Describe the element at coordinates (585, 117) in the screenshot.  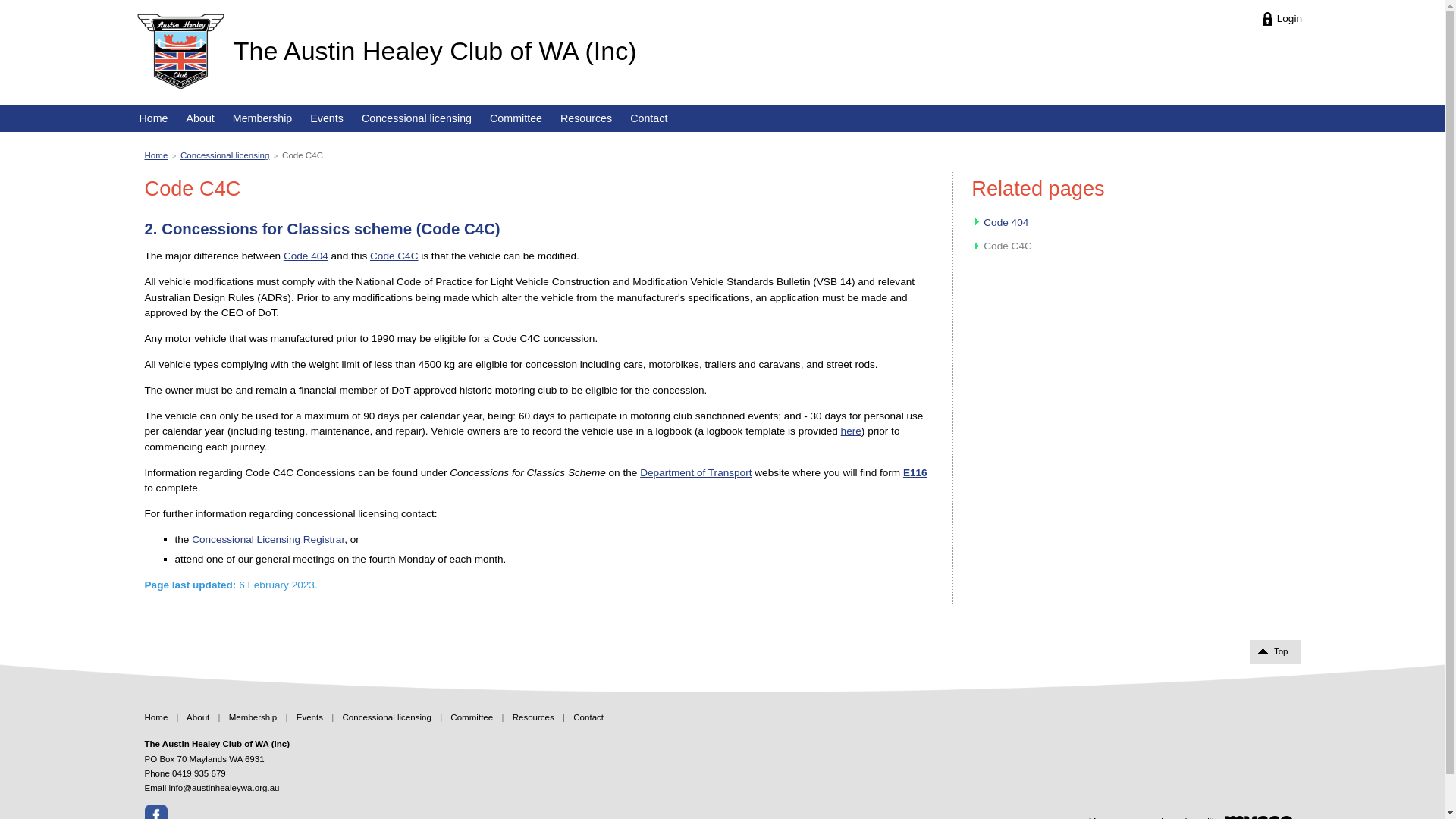
I see `'Resources'` at that location.